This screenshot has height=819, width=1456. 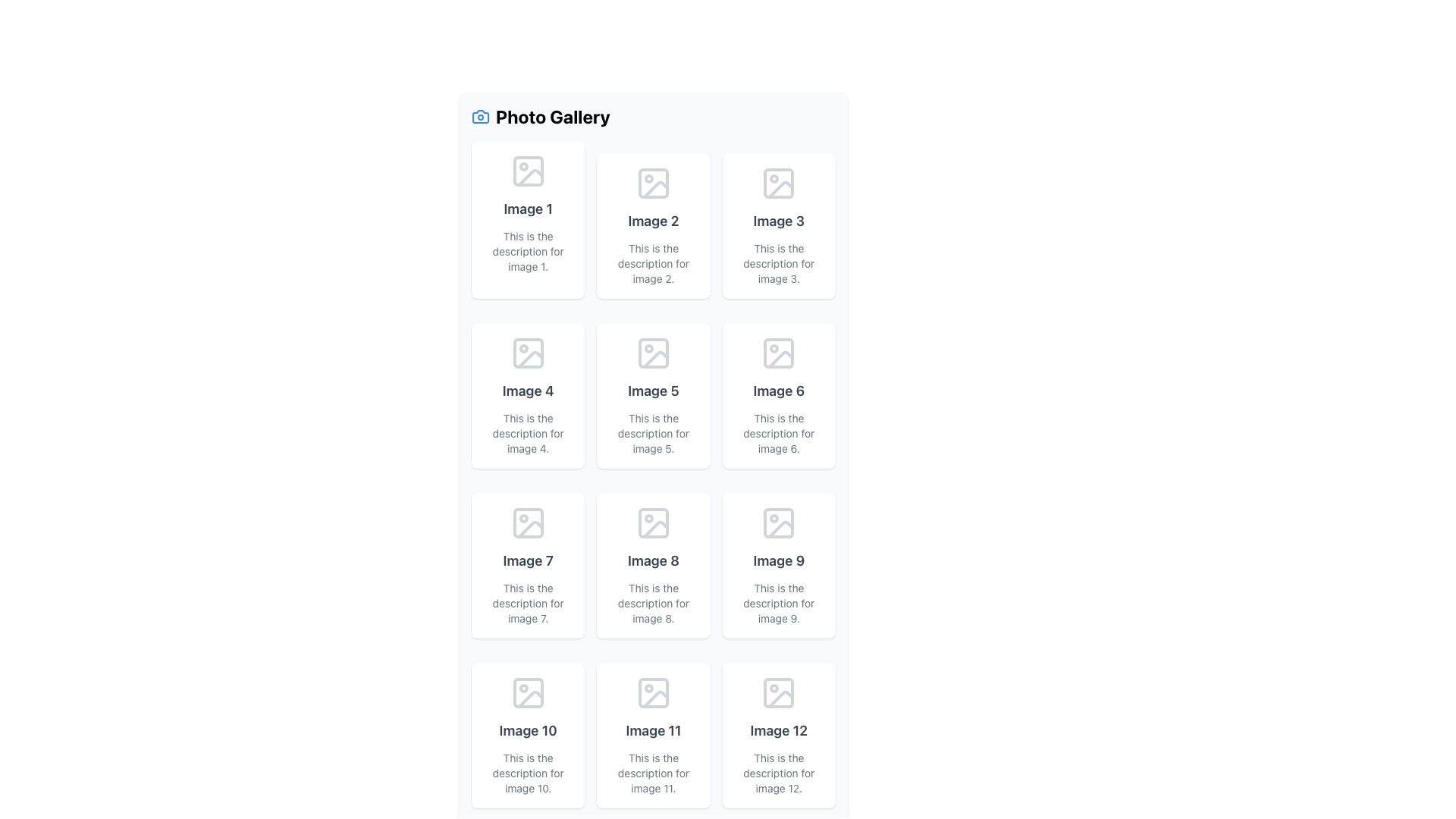 I want to click on SVG Icon resembling a generic image placeholder located in the second row and second column of the gallery layout, so click(x=653, y=183).